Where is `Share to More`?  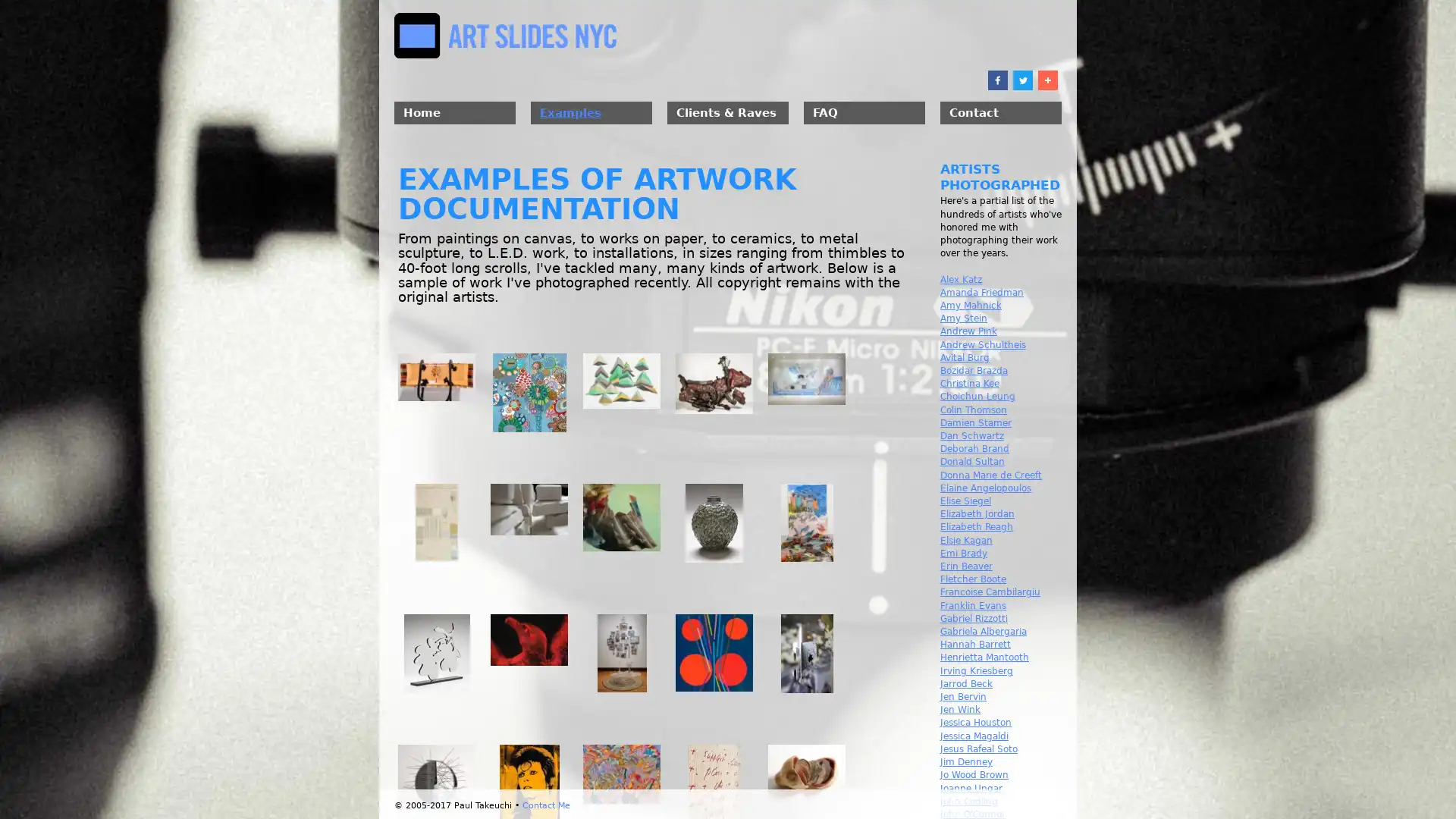
Share to More is located at coordinates (1050, 79).